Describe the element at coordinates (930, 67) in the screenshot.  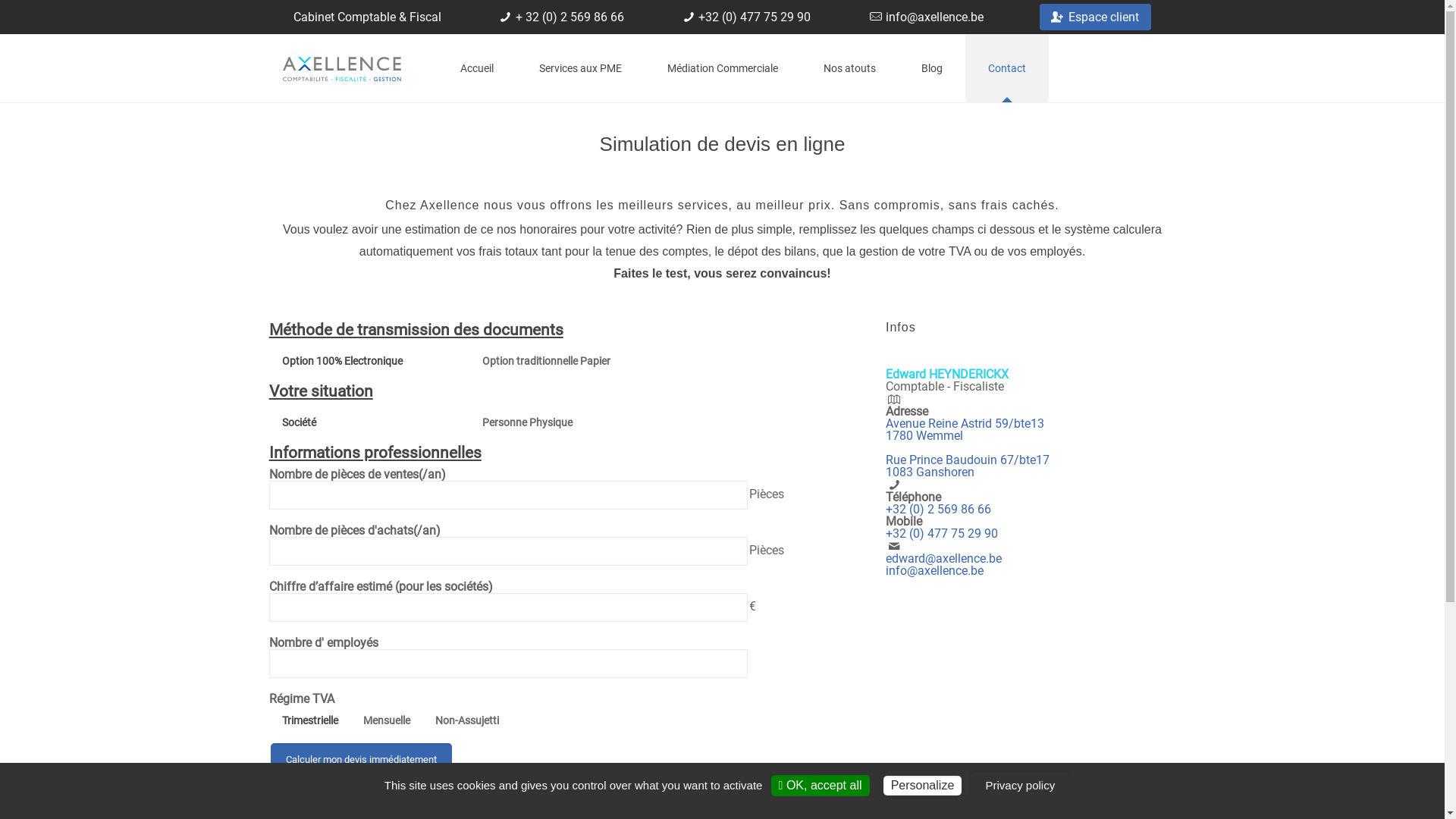
I see `'Blog'` at that location.